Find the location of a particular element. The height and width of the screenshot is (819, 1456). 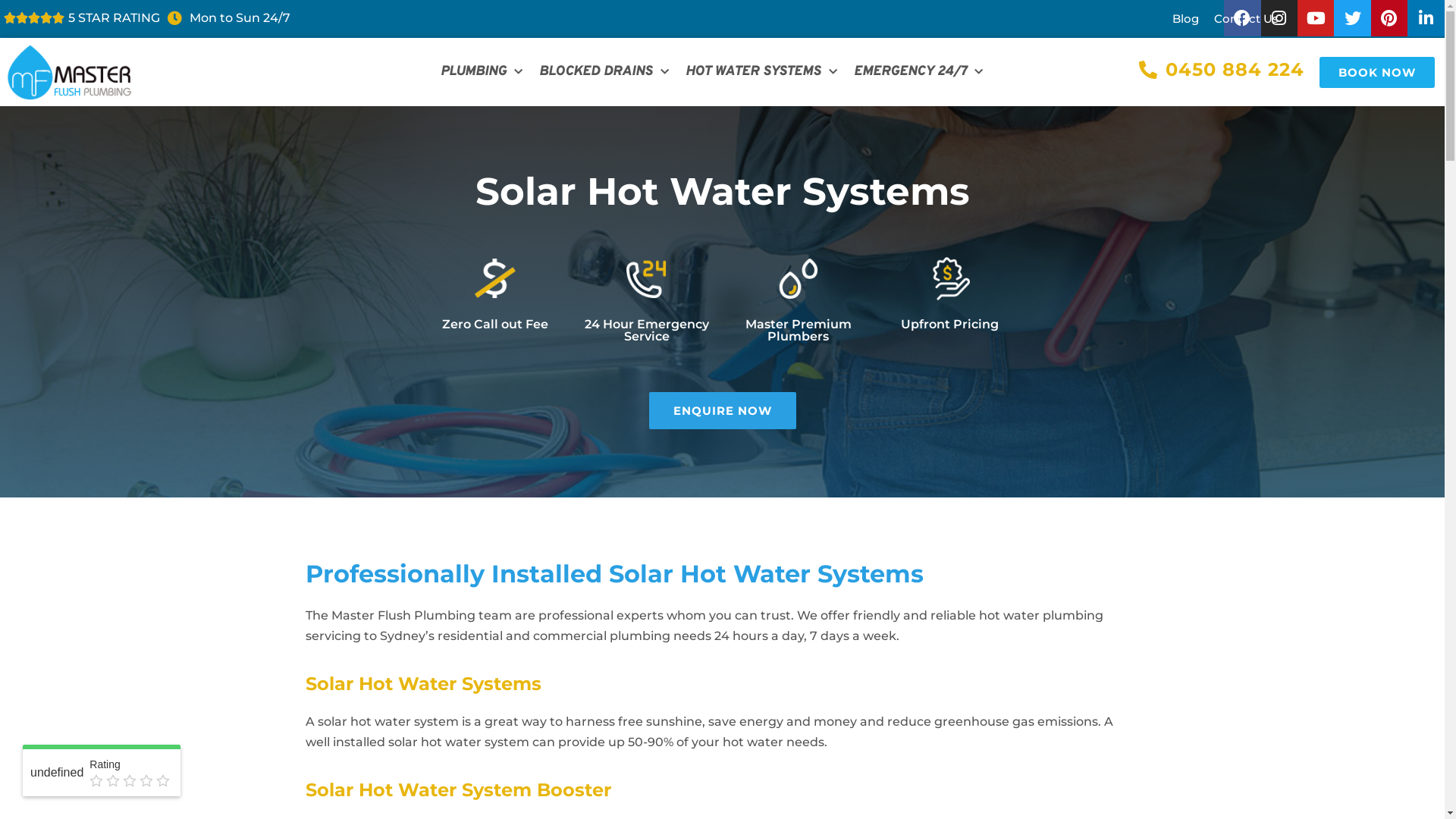

'0450 884 224' is located at coordinates (1222, 70).